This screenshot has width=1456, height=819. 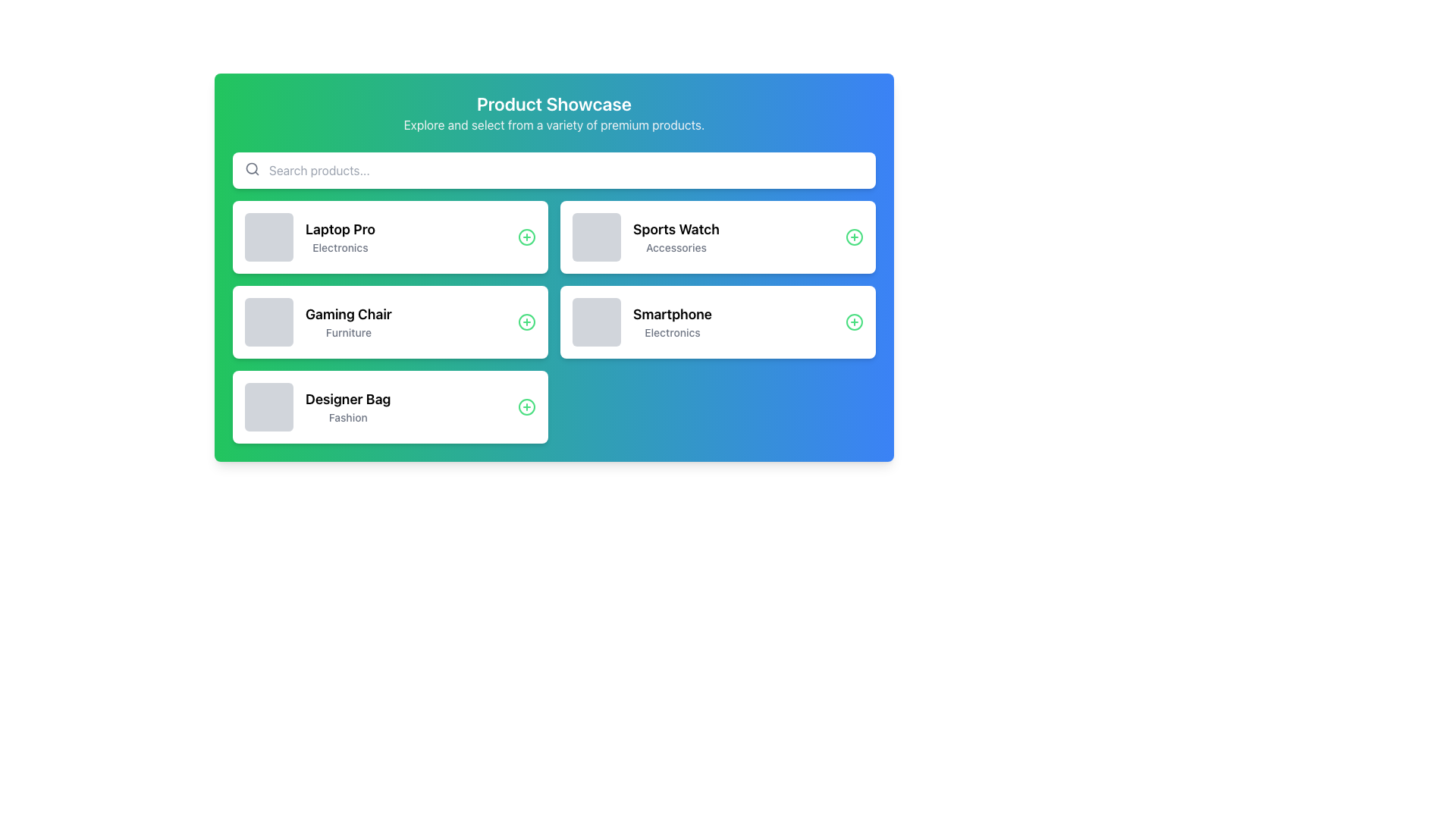 I want to click on the title and category descriptor for the product card labeled 'Laptop Pro' in the top-left card of the grid layout, so click(x=339, y=237).